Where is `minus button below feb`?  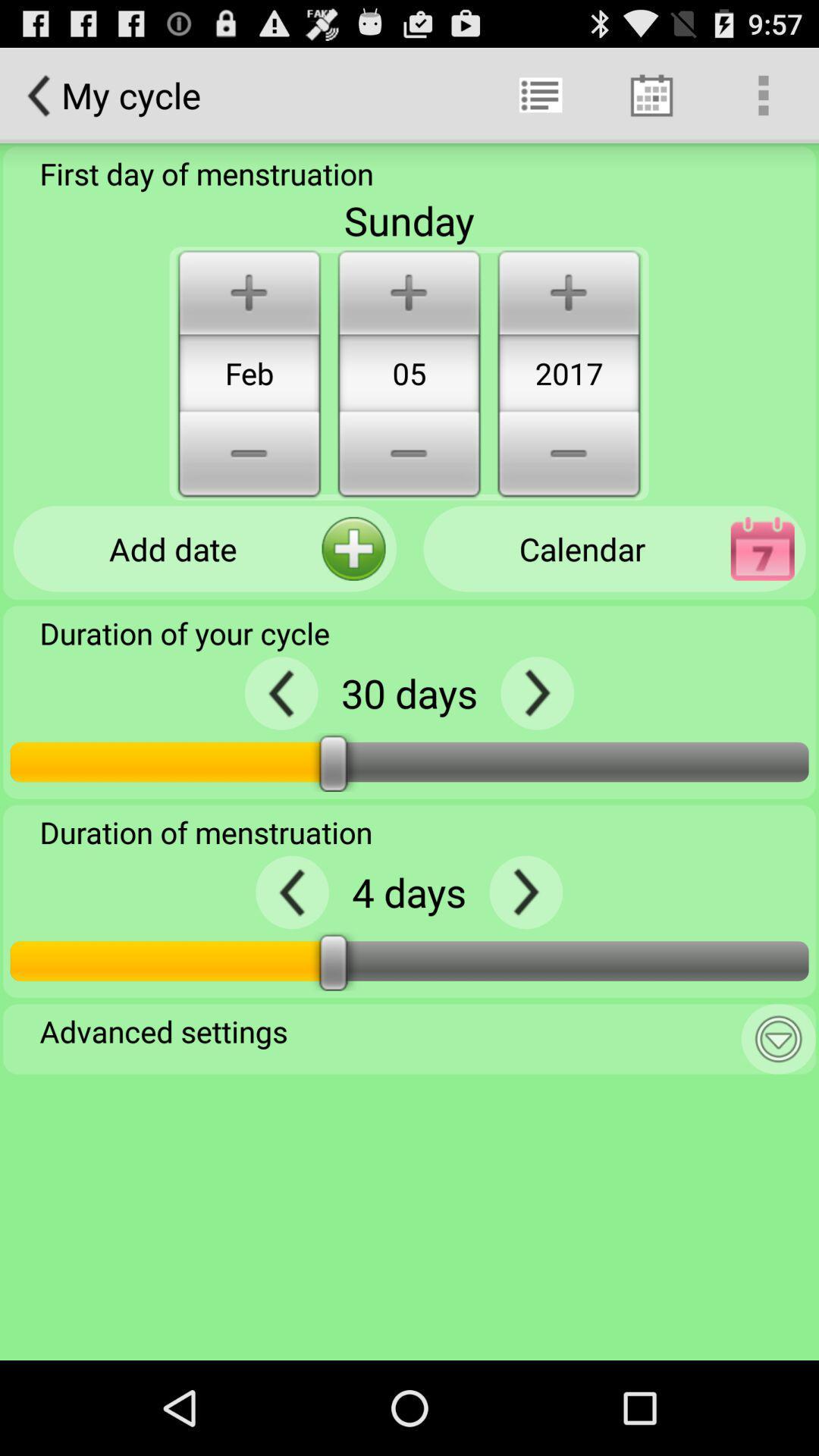 minus button below feb is located at coordinates (248, 456).